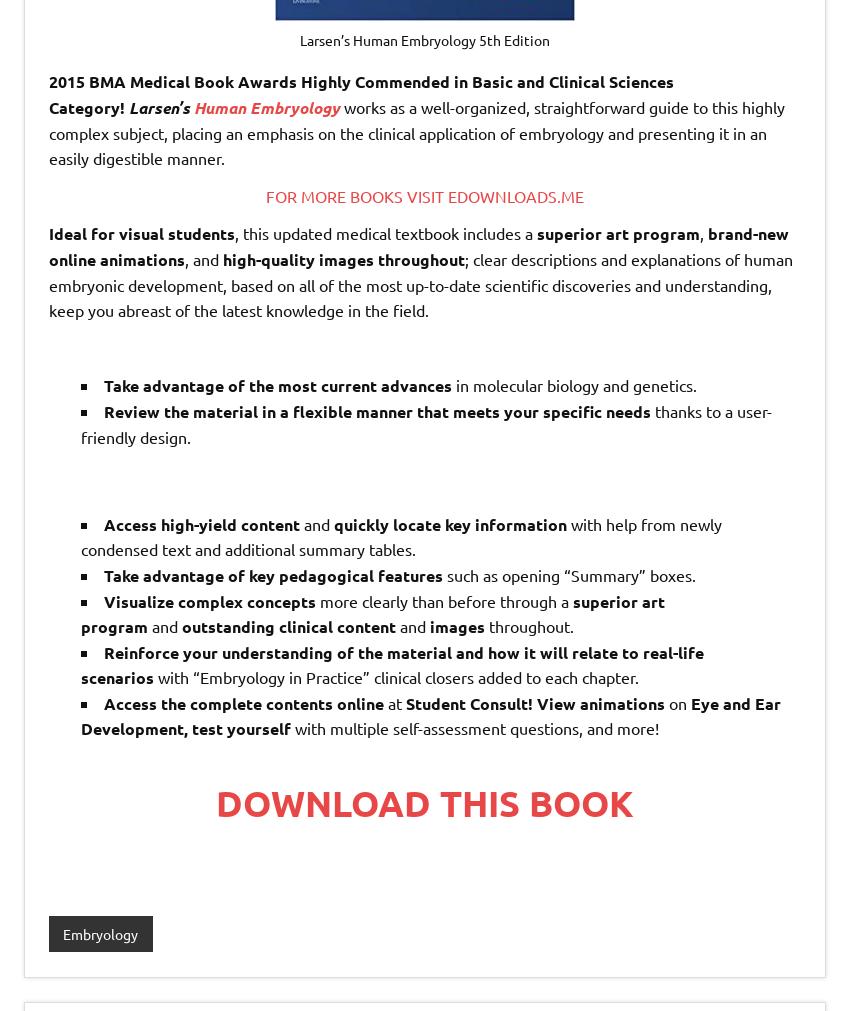 The image size is (850, 1011). Describe the element at coordinates (392, 664) in the screenshot. I see `'Reinforce your understanding of the material and how it will relate to real-life scenarios'` at that location.